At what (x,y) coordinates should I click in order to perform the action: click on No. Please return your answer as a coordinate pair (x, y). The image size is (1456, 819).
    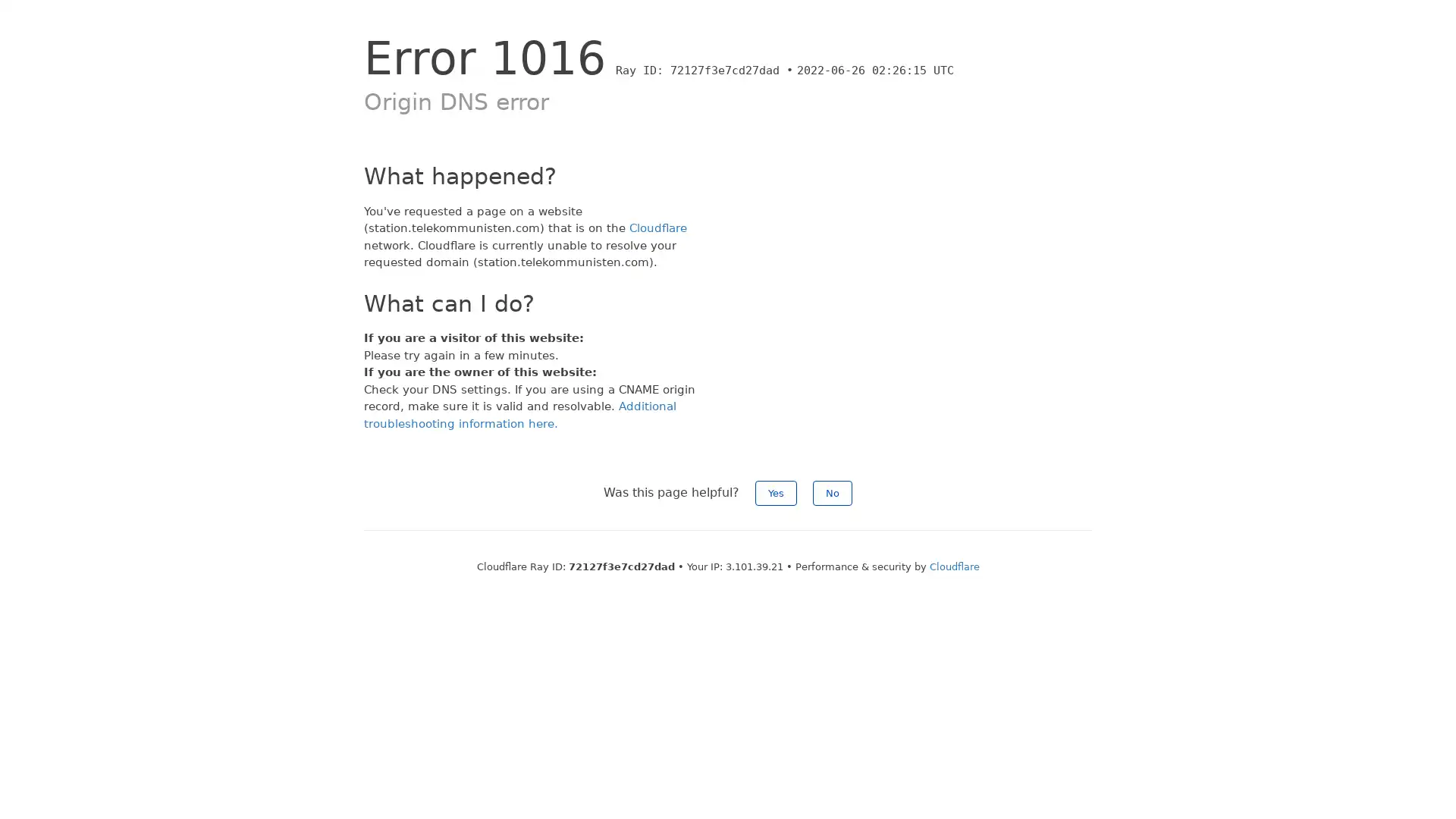
    Looking at the image, I should click on (832, 493).